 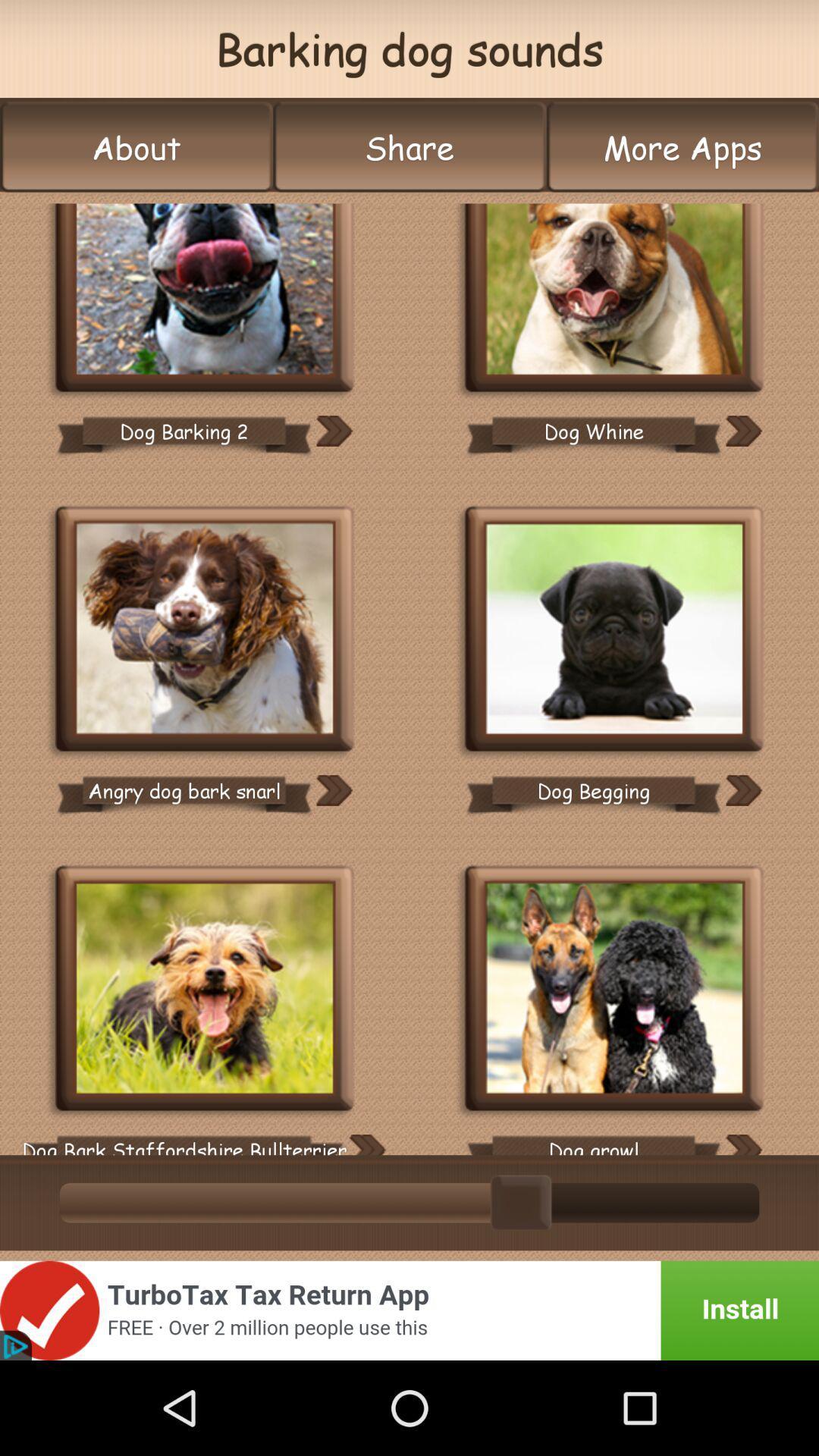 What do you see at coordinates (614, 299) in the screenshot?
I see `click the dog whine app` at bounding box center [614, 299].